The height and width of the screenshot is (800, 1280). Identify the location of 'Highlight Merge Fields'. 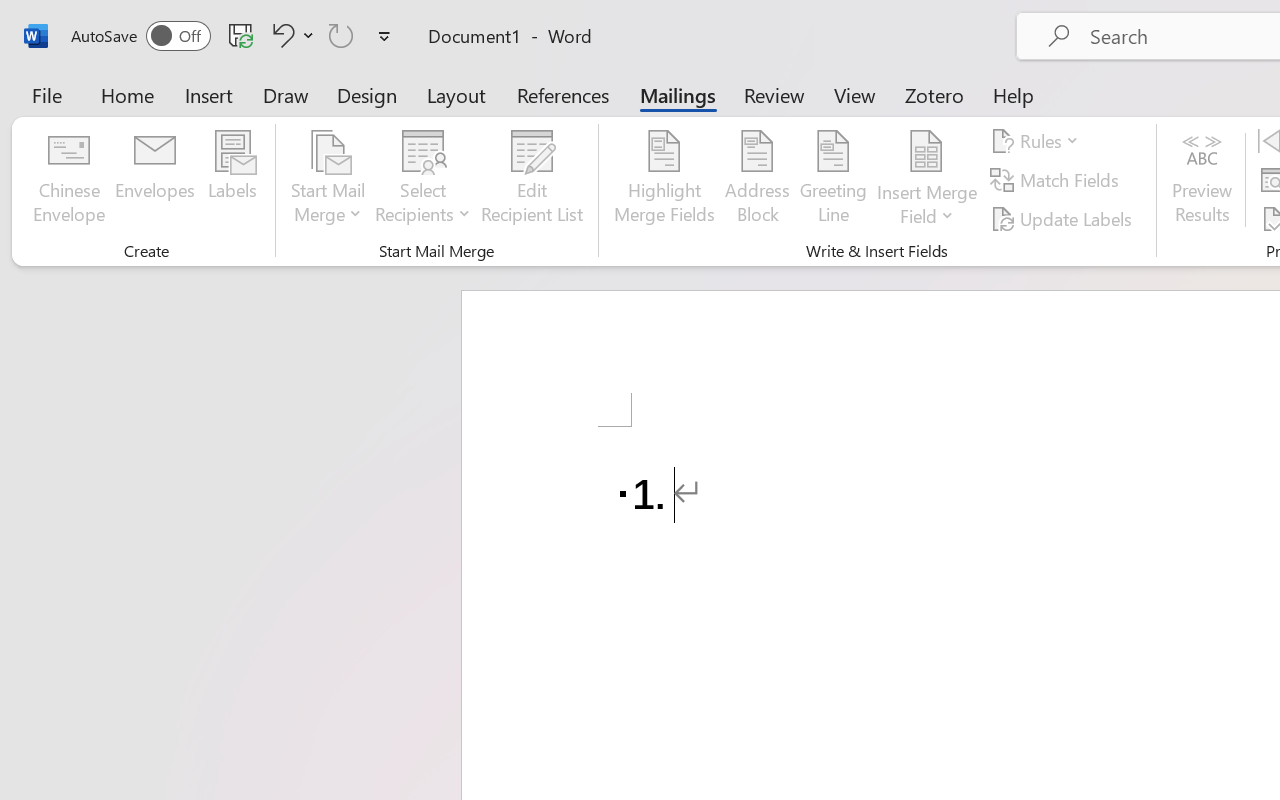
(664, 179).